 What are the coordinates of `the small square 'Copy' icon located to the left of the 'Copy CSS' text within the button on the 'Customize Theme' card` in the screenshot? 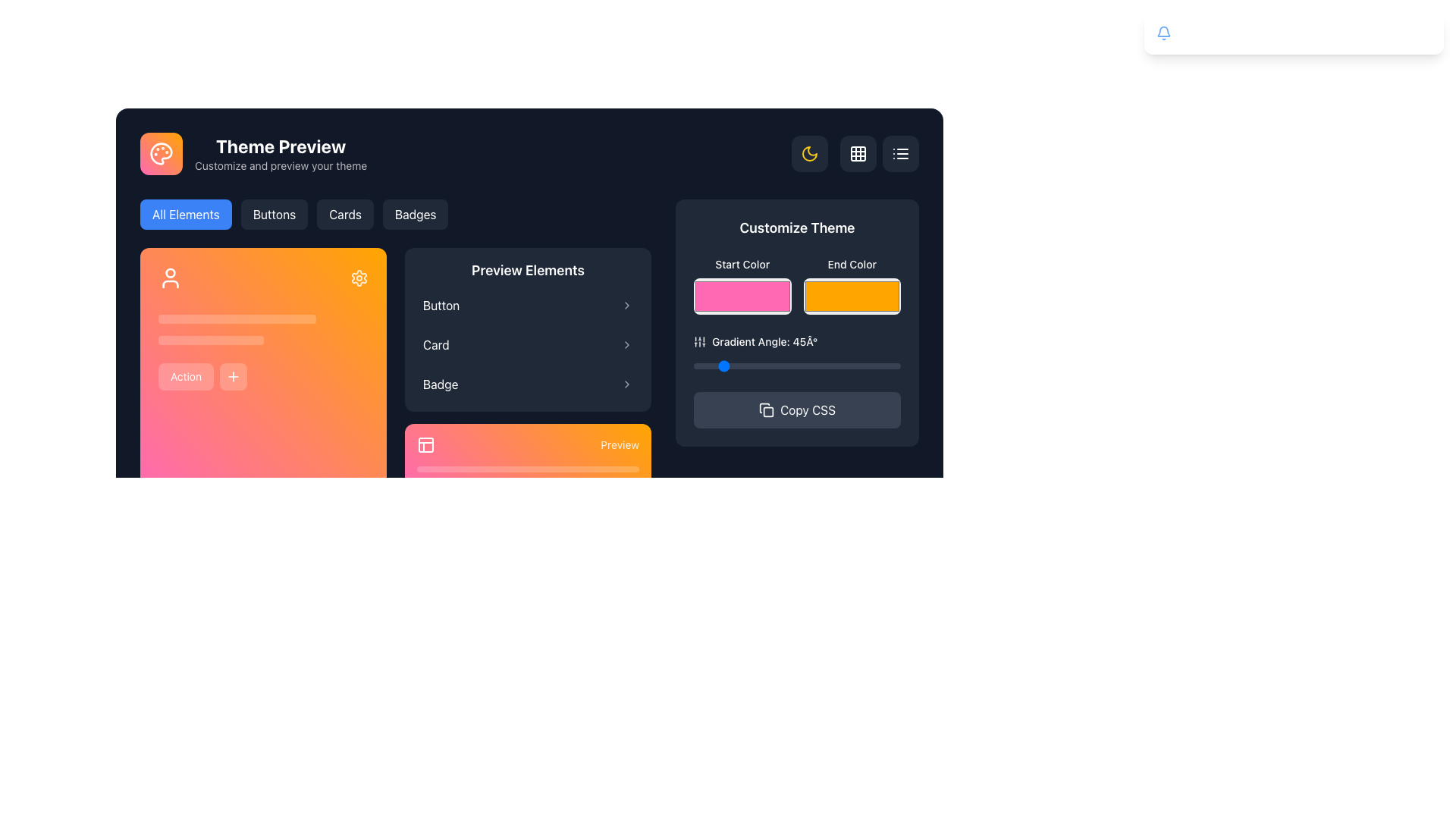 It's located at (767, 409).